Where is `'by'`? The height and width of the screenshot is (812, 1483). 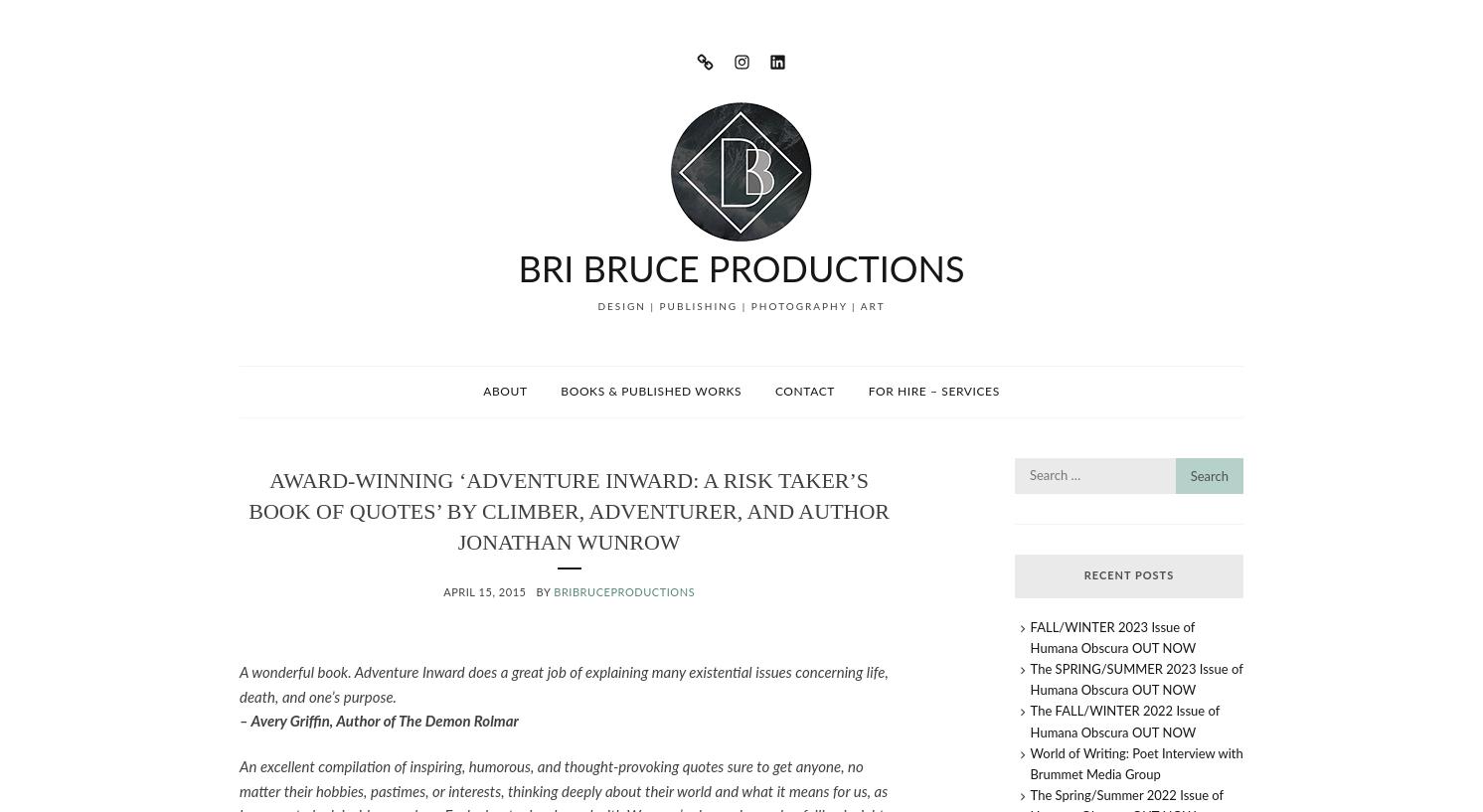 'by' is located at coordinates (545, 592).